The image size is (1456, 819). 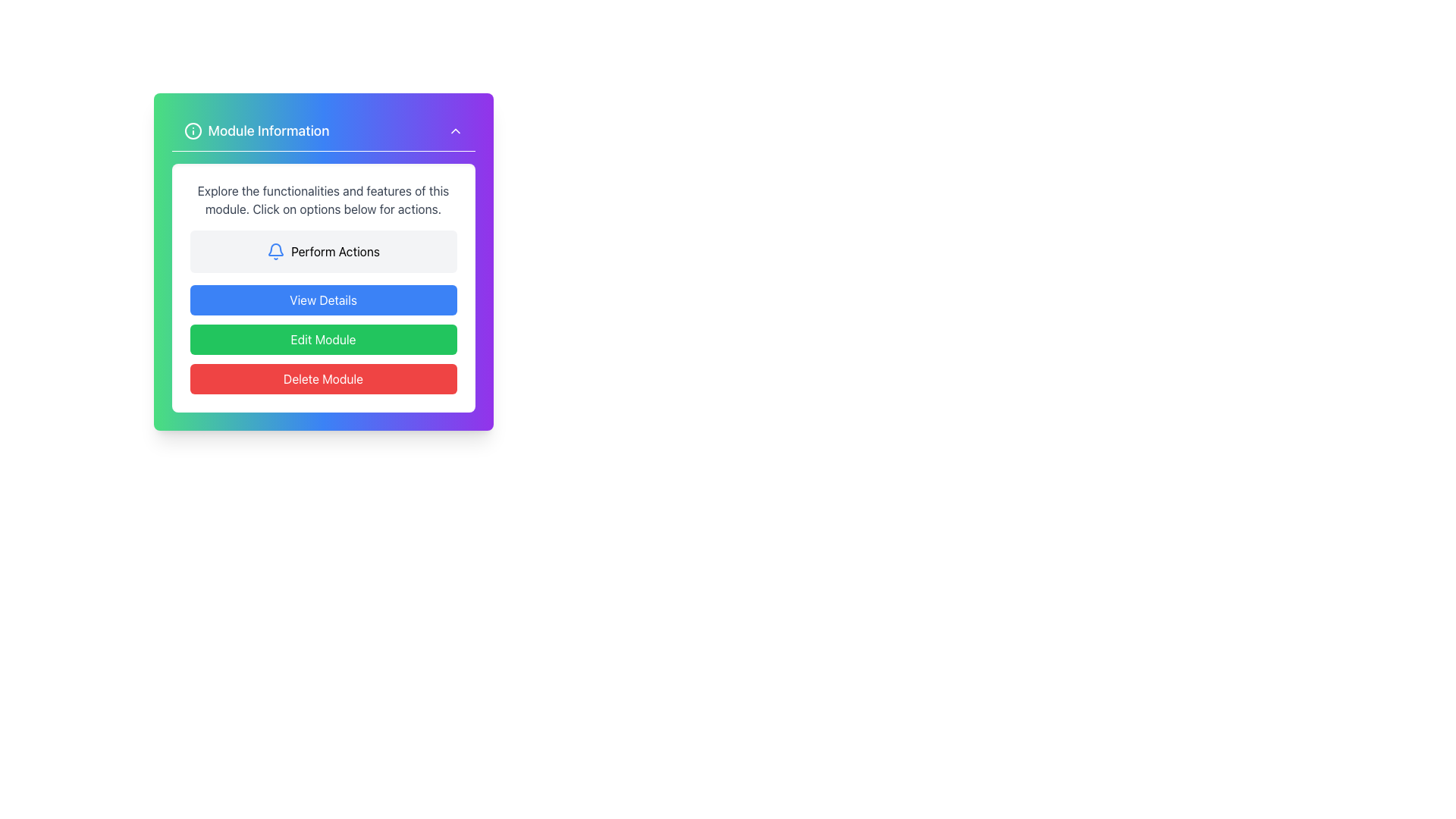 I want to click on the SVG Circle element styled as an information icon, located to the left of the heading 'Module Information', so click(x=192, y=130).